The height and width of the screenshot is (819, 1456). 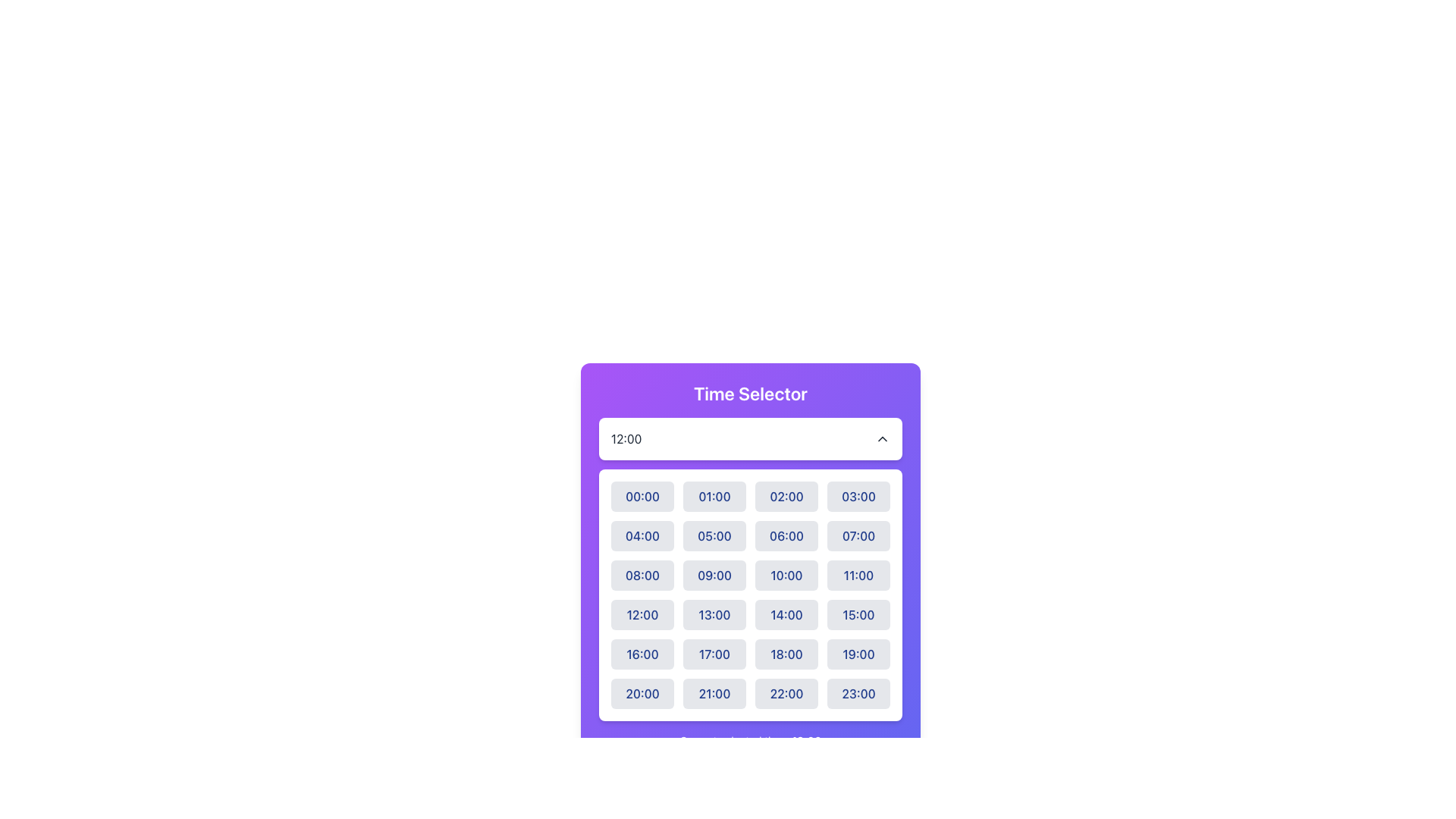 I want to click on a time slot in the grid layout displaying time intervals, which is located directly below the purple header labeled 'Time Selector', so click(x=750, y=570).